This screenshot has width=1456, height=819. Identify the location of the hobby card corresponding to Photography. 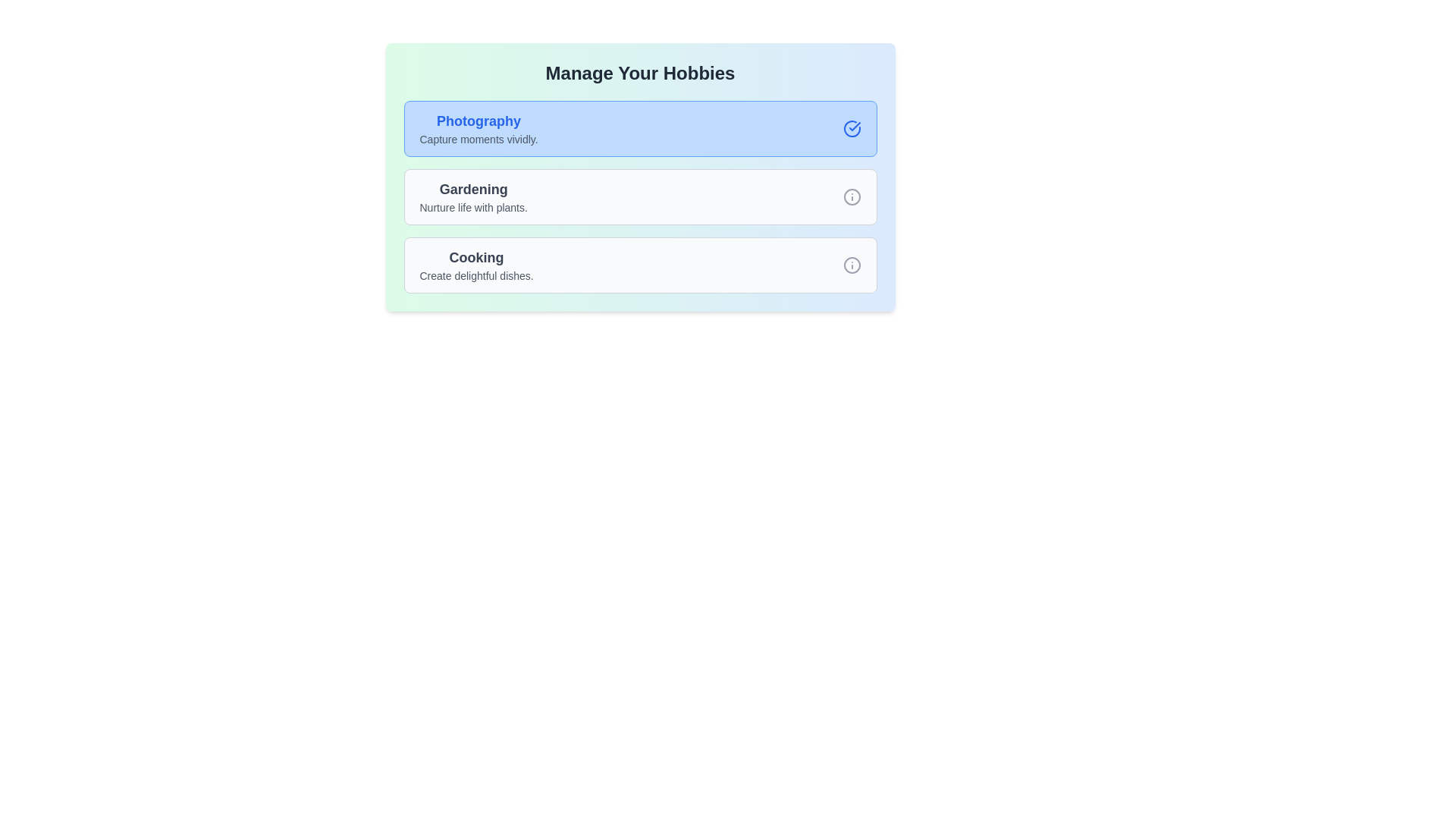
(640, 127).